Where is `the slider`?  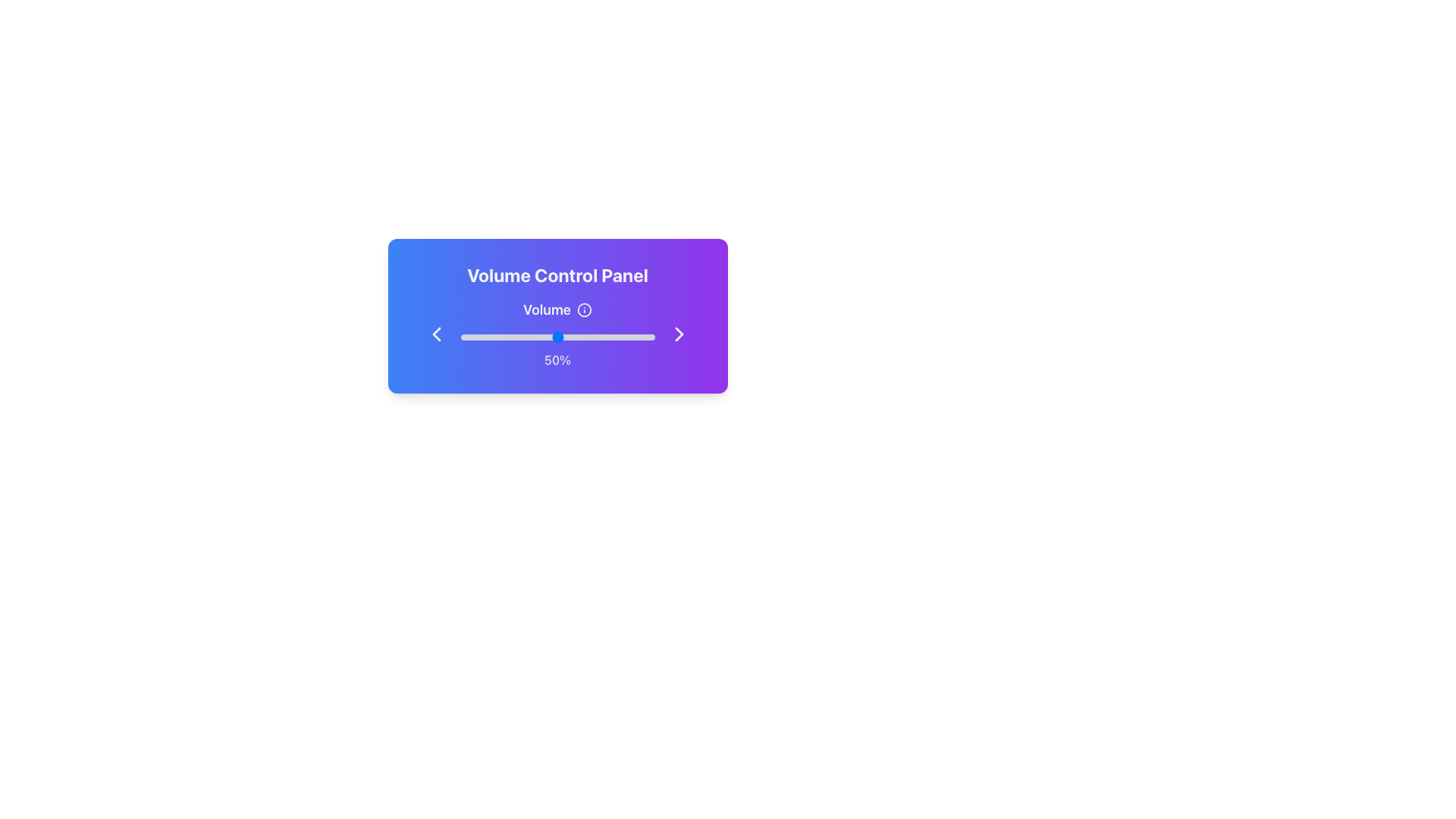
the slider is located at coordinates (639, 336).